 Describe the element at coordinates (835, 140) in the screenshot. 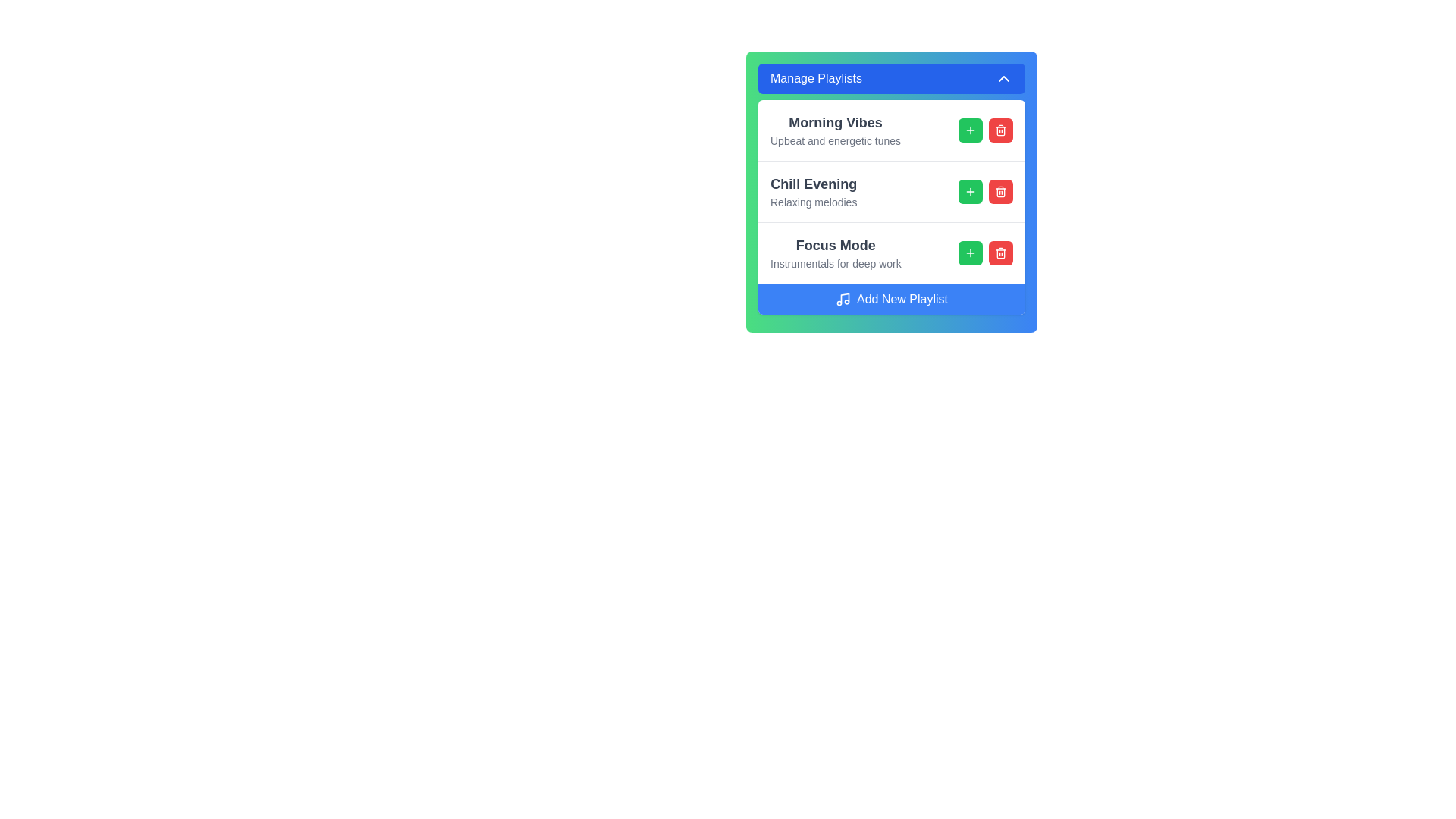

I see `the text label that provides a brief description for the playlist titled 'Morning Vibes', located directly below the 'Morning Vibes' text in the Manage Playlists interface` at that location.